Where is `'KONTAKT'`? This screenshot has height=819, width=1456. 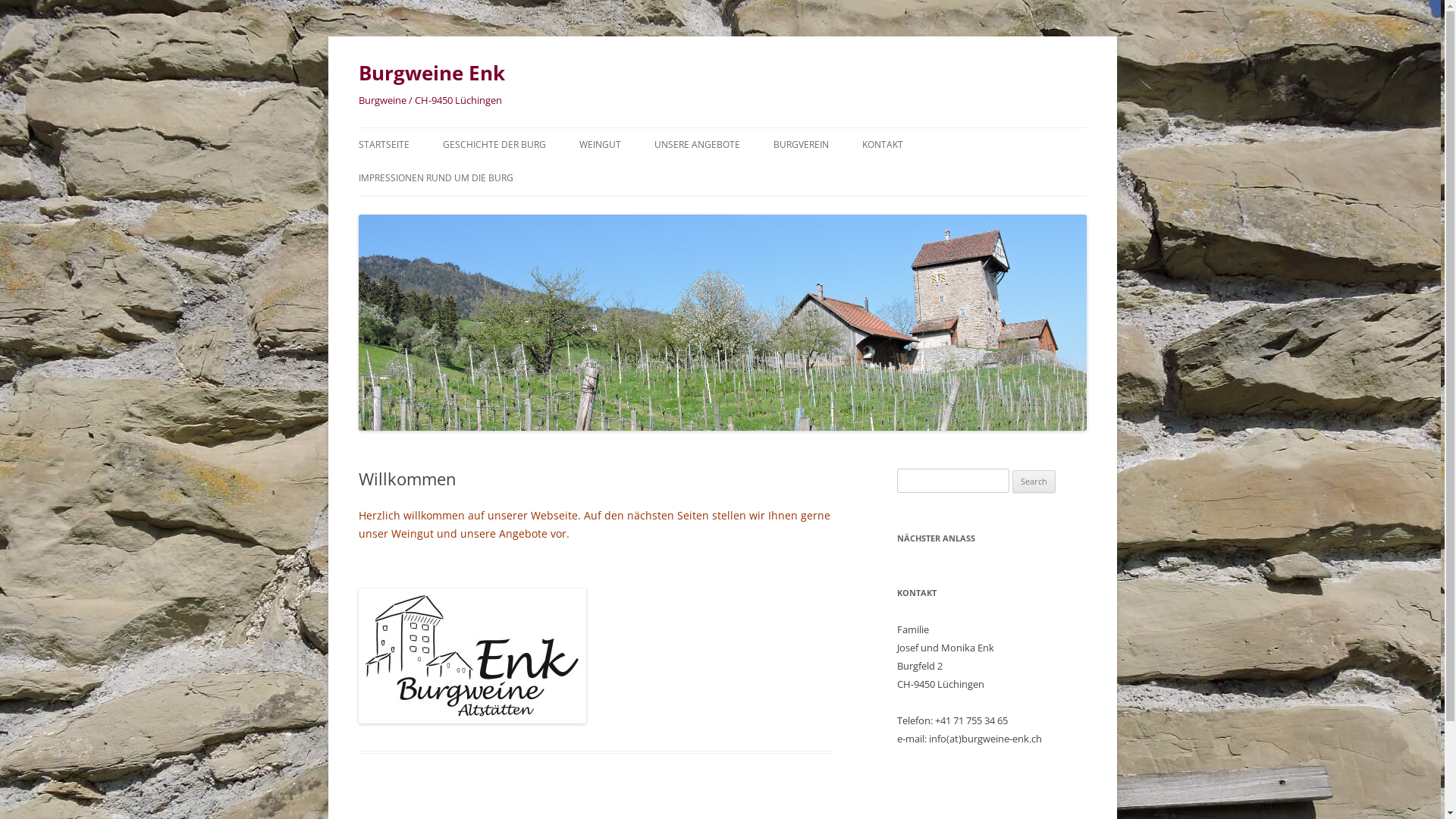 'KONTAKT' is located at coordinates (861, 145).